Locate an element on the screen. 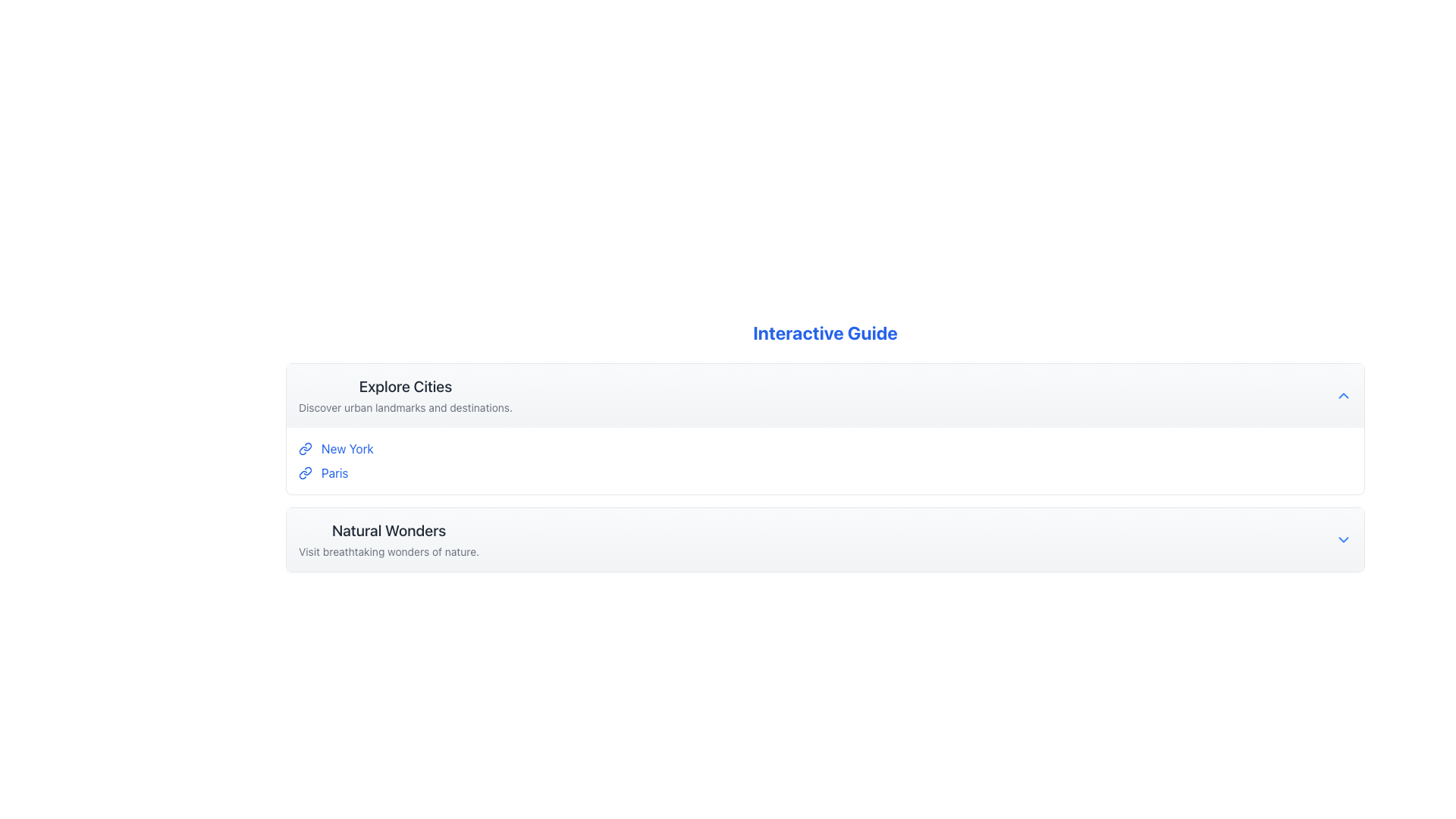  the blue outlined chain icon located to the left of the 'New York' text link in the 'Explore Cities' section is located at coordinates (305, 447).